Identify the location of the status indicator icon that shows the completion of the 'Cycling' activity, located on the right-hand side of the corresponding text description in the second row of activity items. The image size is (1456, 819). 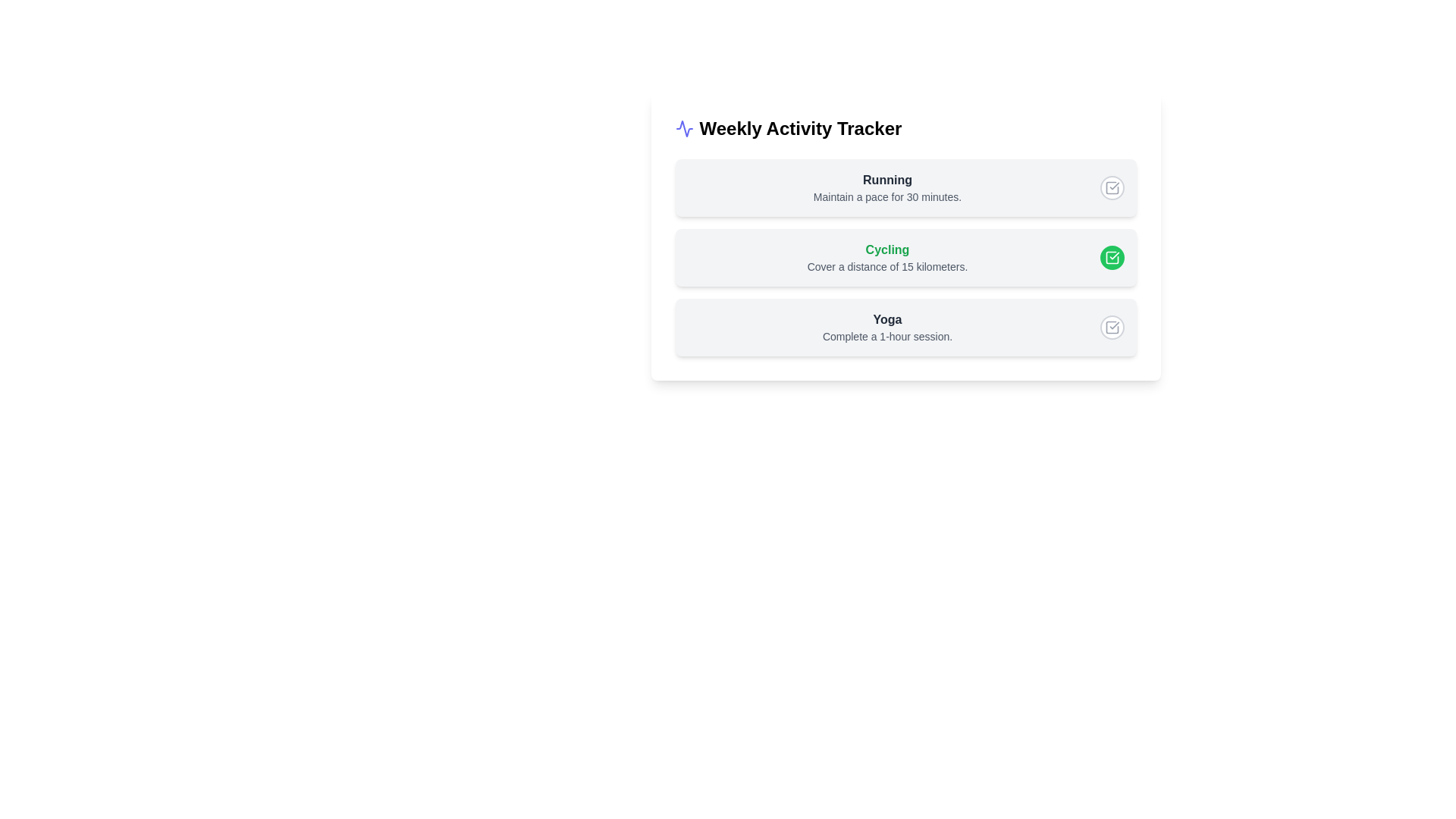
(1112, 256).